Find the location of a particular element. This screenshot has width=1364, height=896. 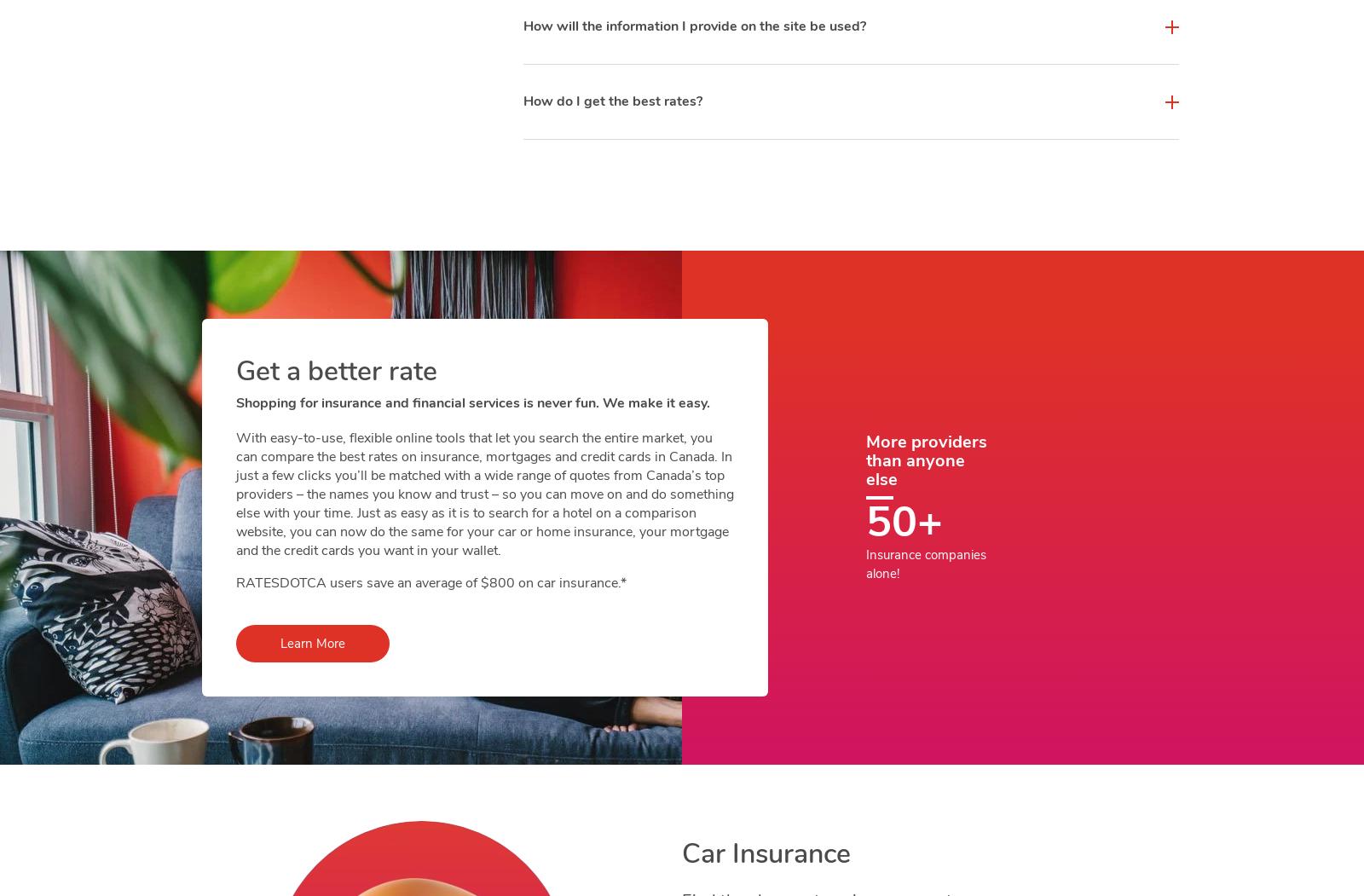

'With easy-to-use, flexible online tools that let you search the entire market, you can compare the best rates on insurance, mortgages and credit cards in Canada. In just a few clicks you’ll be matched with a wide range of quotes from Canada’s top providers – the names you know and trust – so you can move on and do something else with your time. Just as easy as it is to search for a hotel on a comparison website, you can now do the same for your car or home insurance, your mortgage and the credit cards you want in your wallet.' is located at coordinates (235, 494).